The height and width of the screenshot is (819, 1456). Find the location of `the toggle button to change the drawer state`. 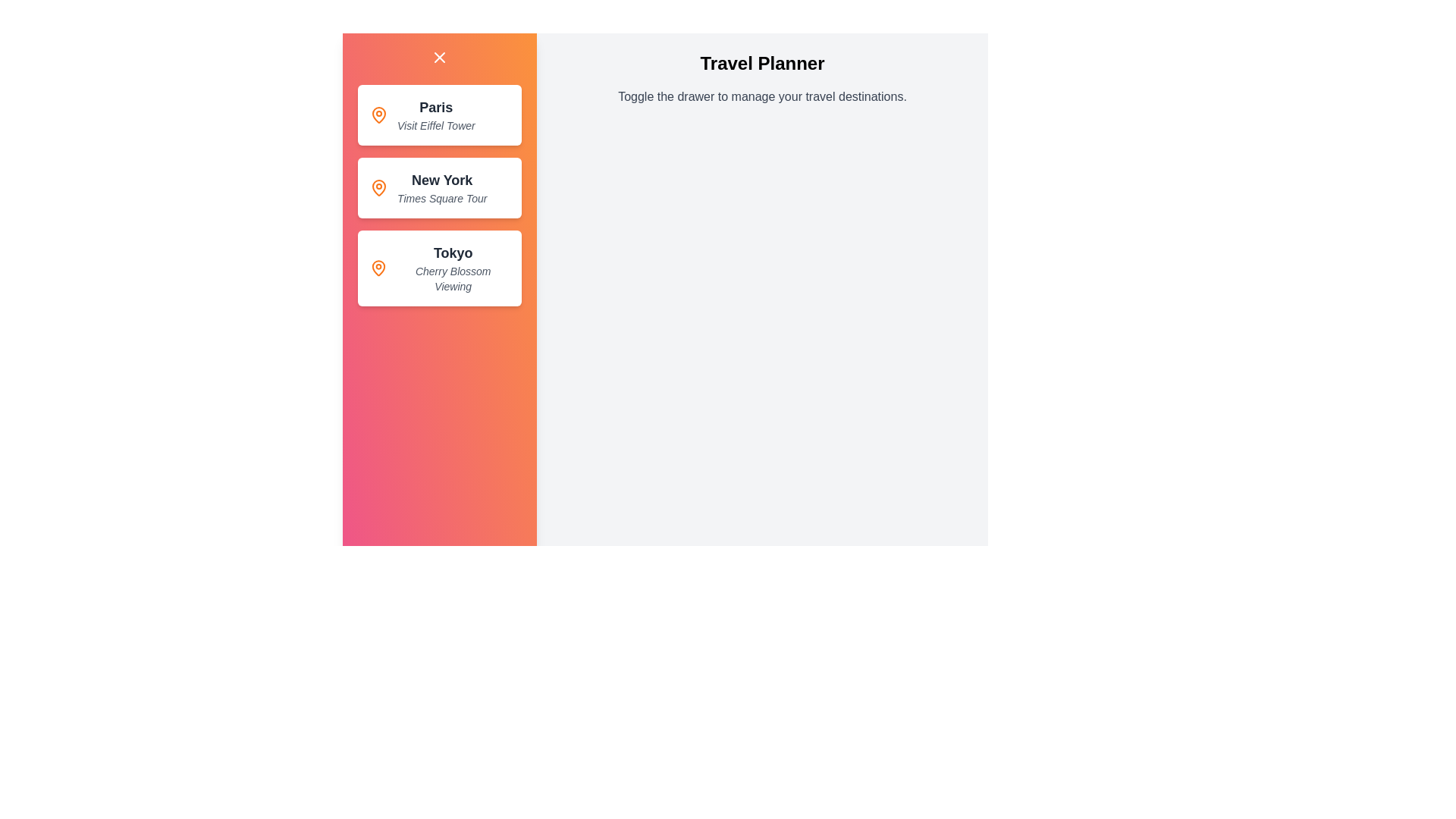

the toggle button to change the drawer state is located at coordinates (439, 57).